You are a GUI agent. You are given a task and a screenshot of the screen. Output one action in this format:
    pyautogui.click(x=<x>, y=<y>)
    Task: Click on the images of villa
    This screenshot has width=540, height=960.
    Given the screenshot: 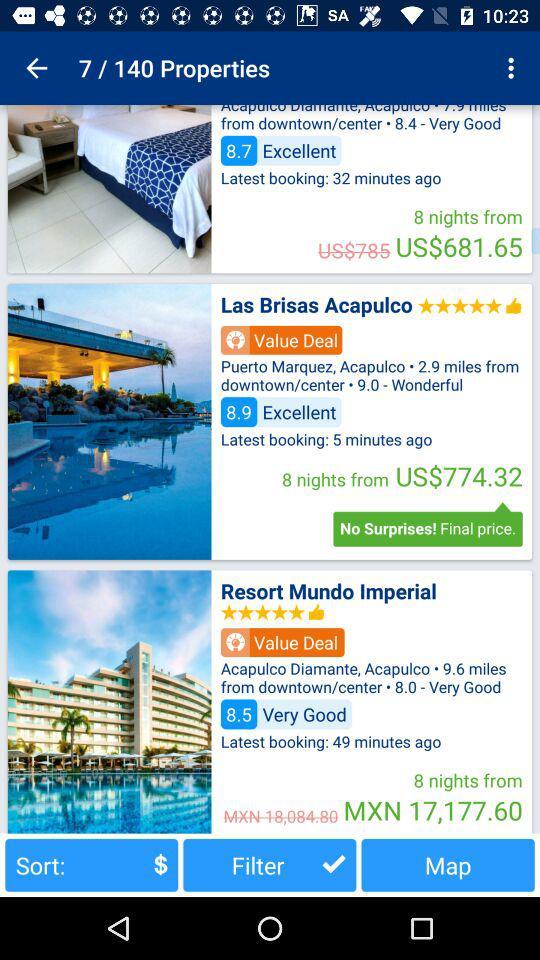 What is the action you would take?
    pyautogui.click(x=109, y=421)
    